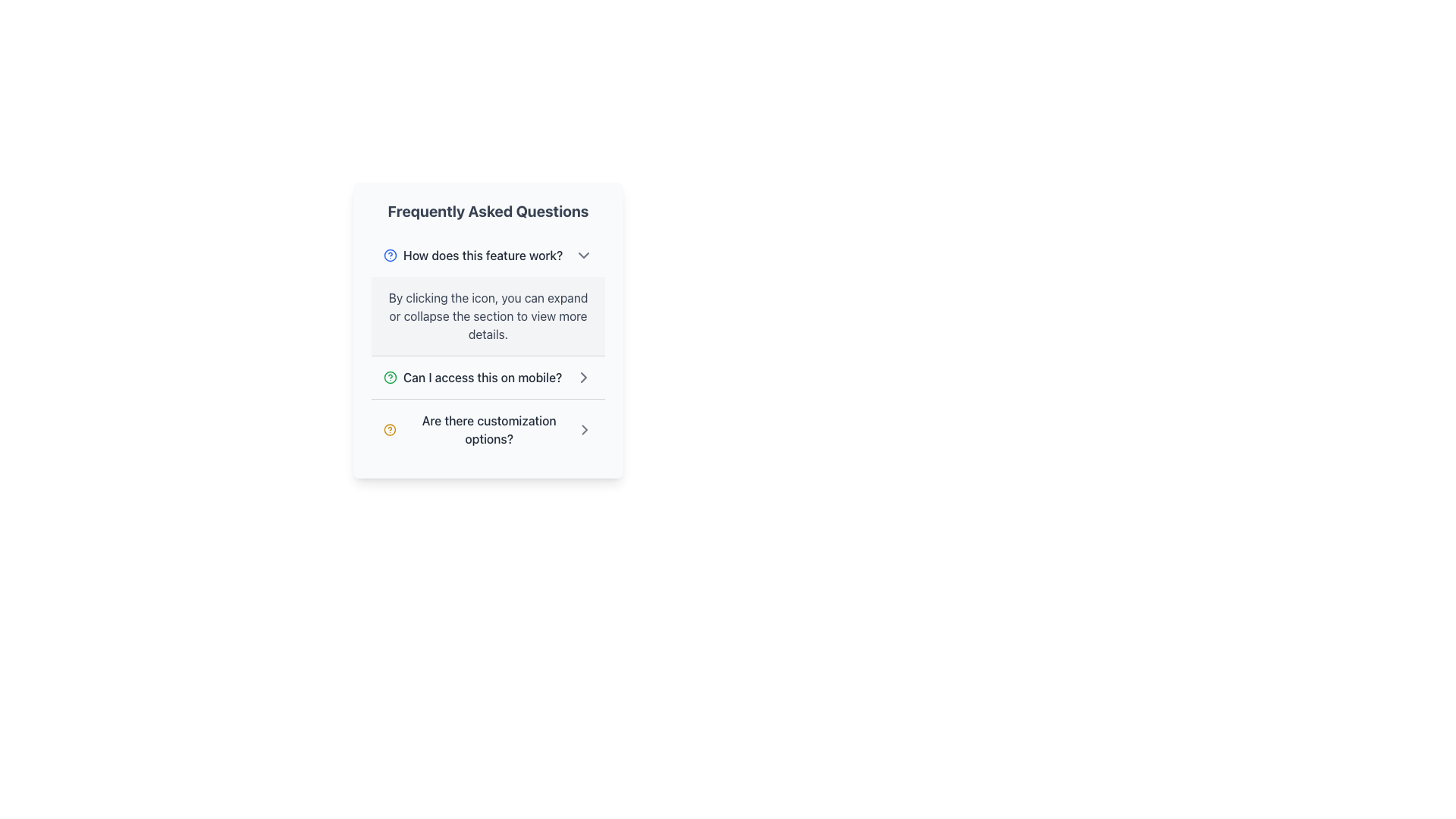  I want to click on the graphical decoration circle located in the top row of the FAQ section, to the left of the text 'How does this feature work?', so click(390, 430).